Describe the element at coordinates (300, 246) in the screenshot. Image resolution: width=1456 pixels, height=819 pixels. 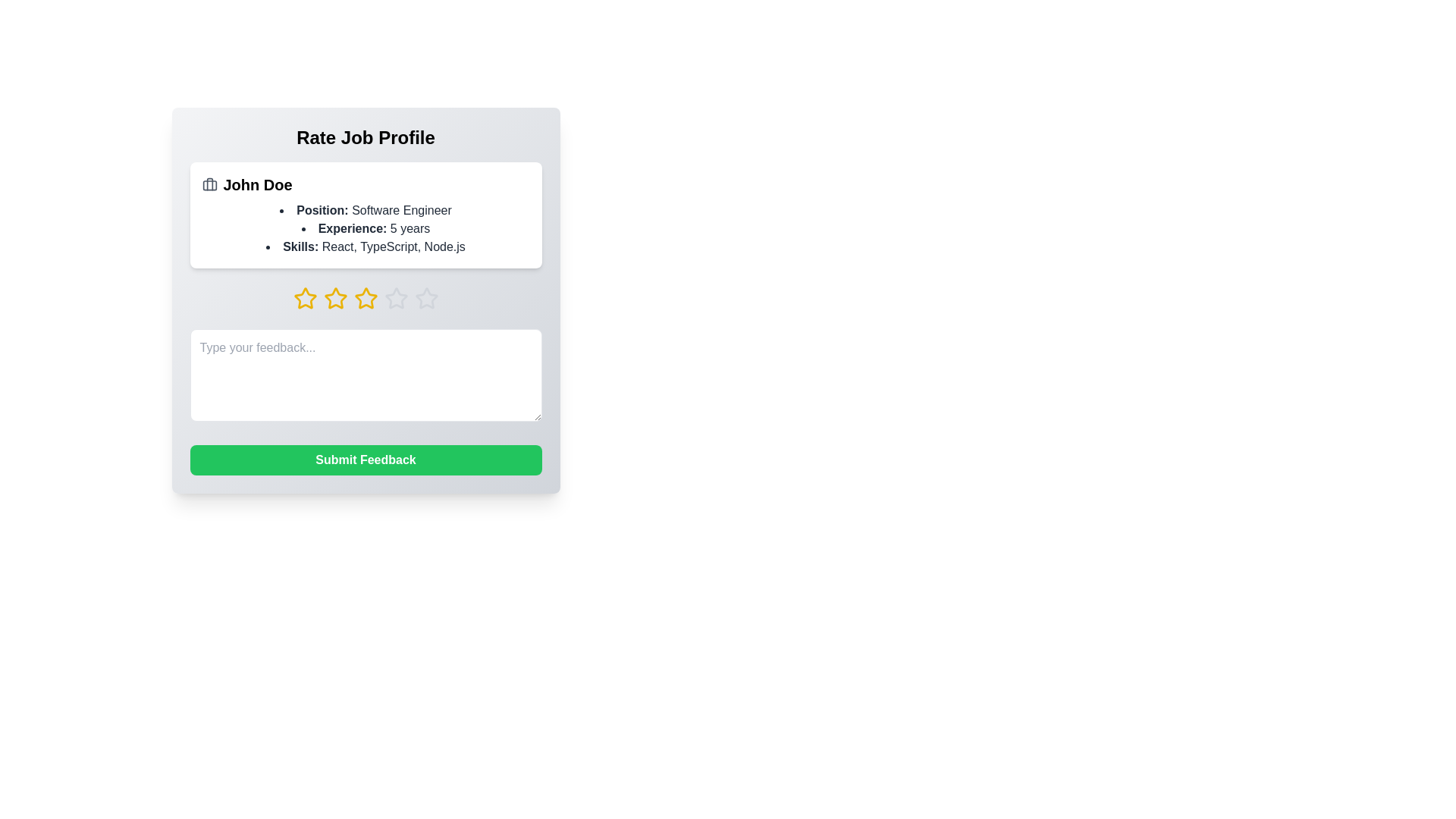
I see `the 'Skills:' text label, which is a bold heading located in the user information panel, below 'Position' and 'Experience.'` at that location.